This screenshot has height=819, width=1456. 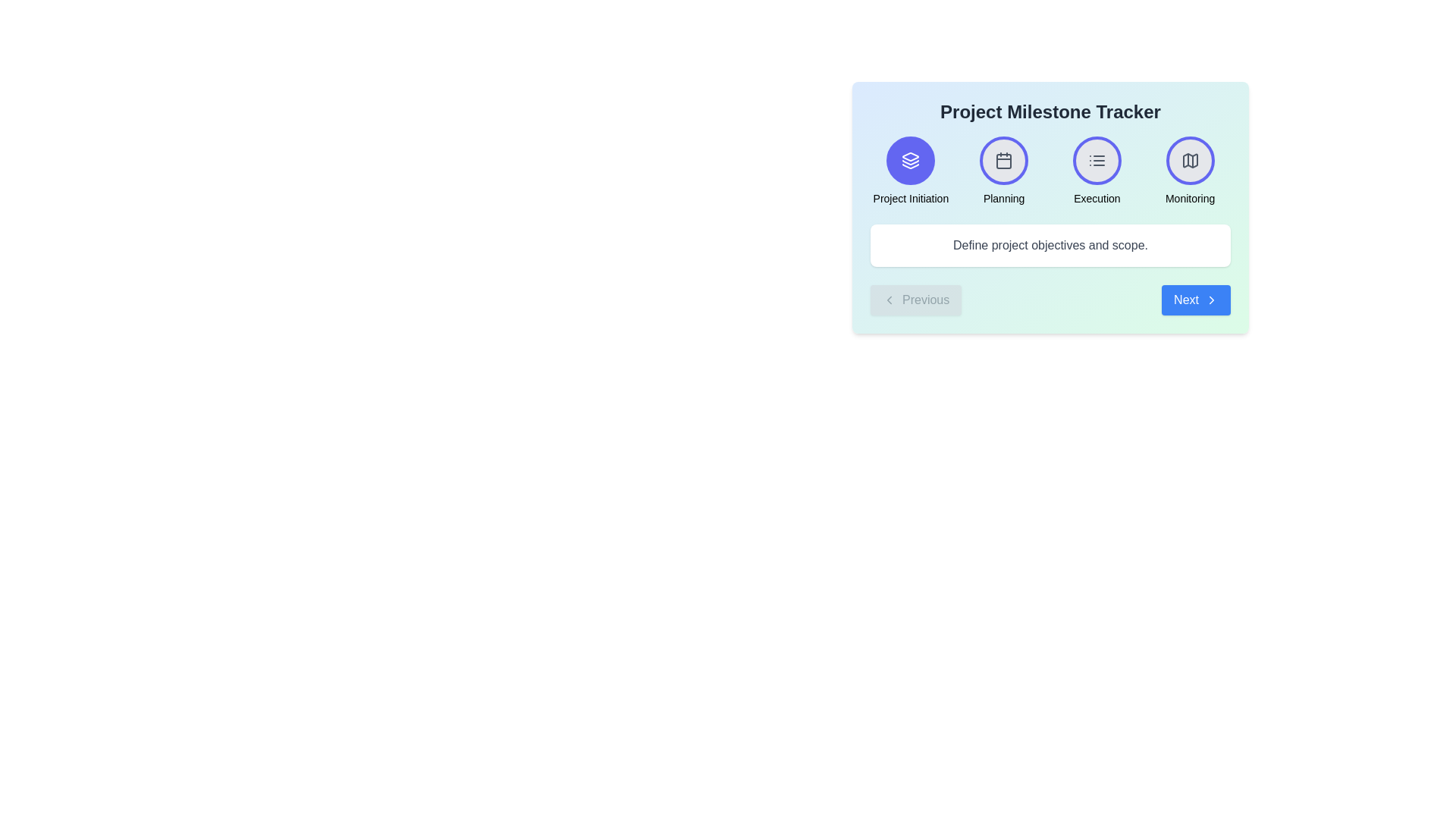 What do you see at coordinates (910, 171) in the screenshot?
I see `the first navigation item representing the 'Project Initiation' phase in the multi-step process tracker` at bounding box center [910, 171].